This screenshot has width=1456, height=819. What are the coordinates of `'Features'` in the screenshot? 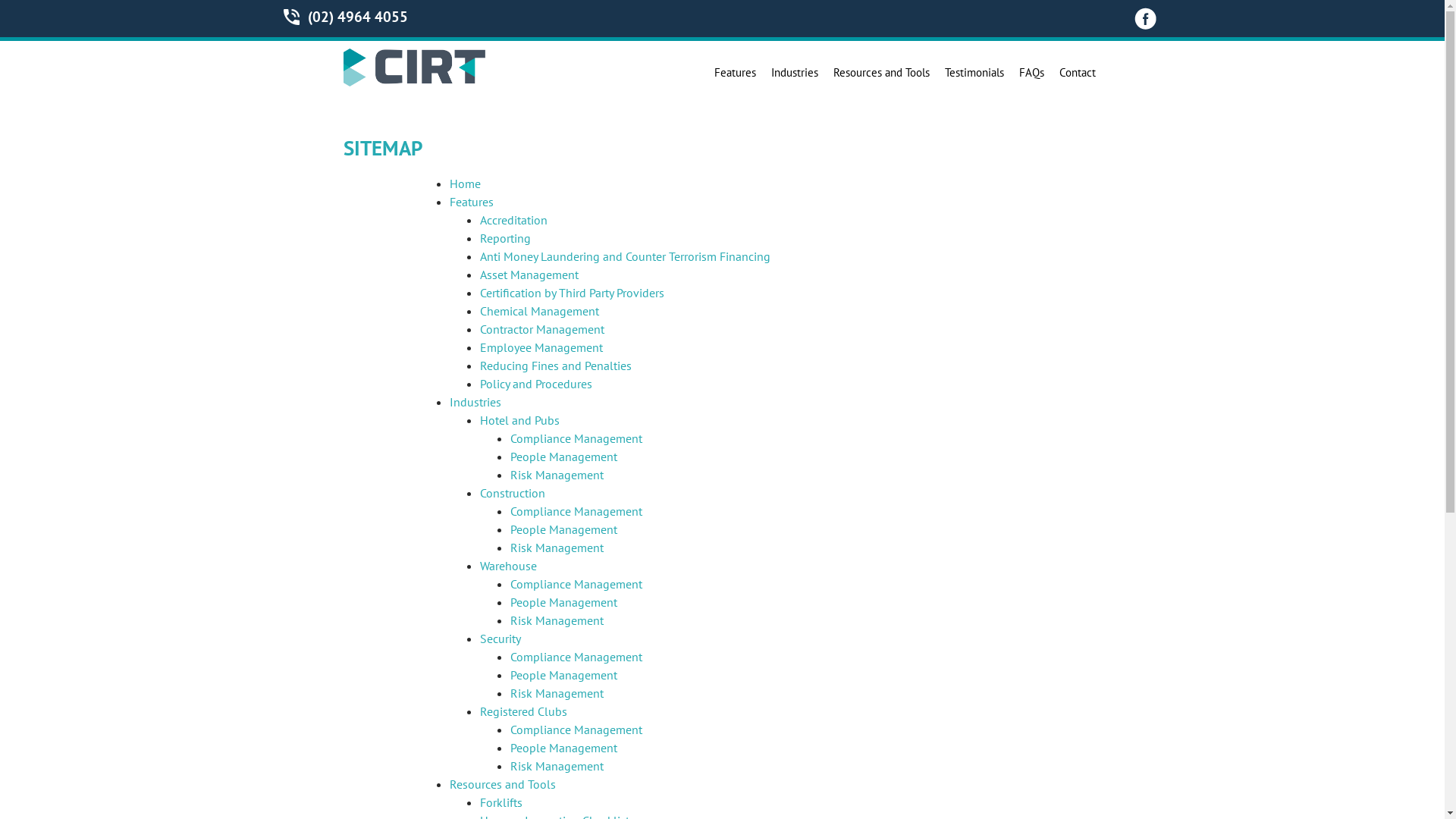 It's located at (469, 201).